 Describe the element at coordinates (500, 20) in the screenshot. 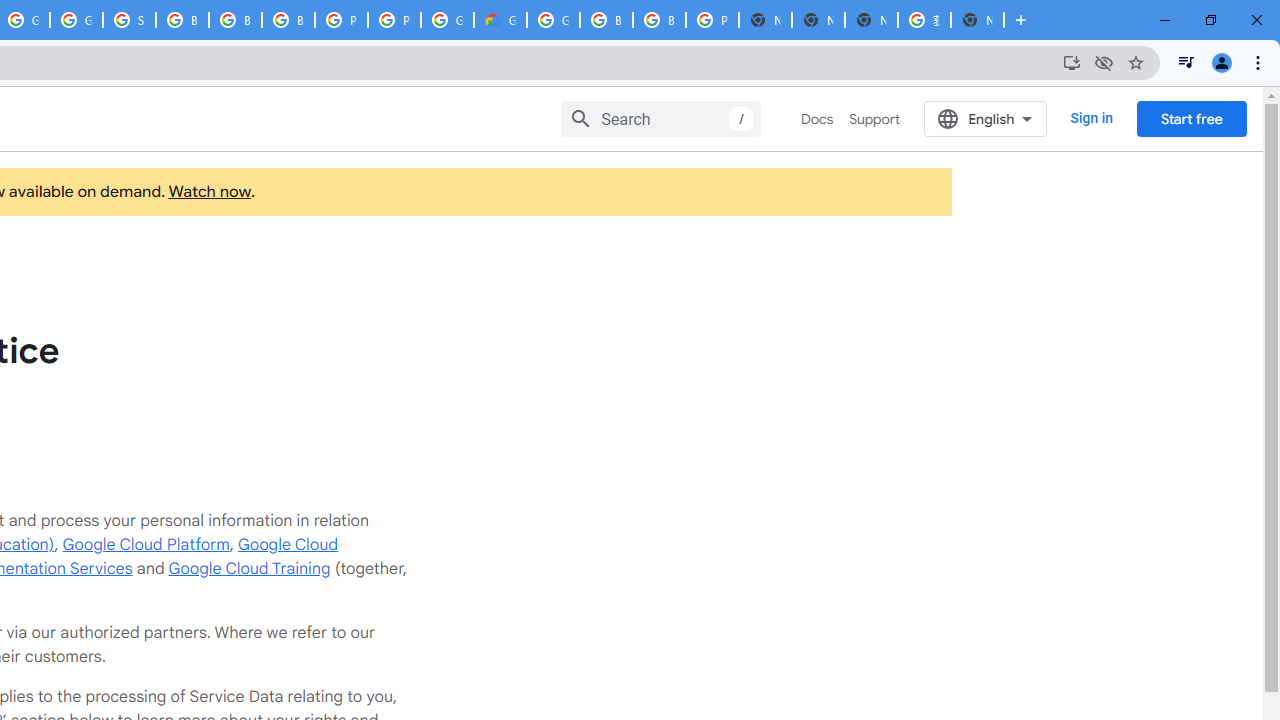

I see `'Google Cloud Estimate Summary'` at that location.